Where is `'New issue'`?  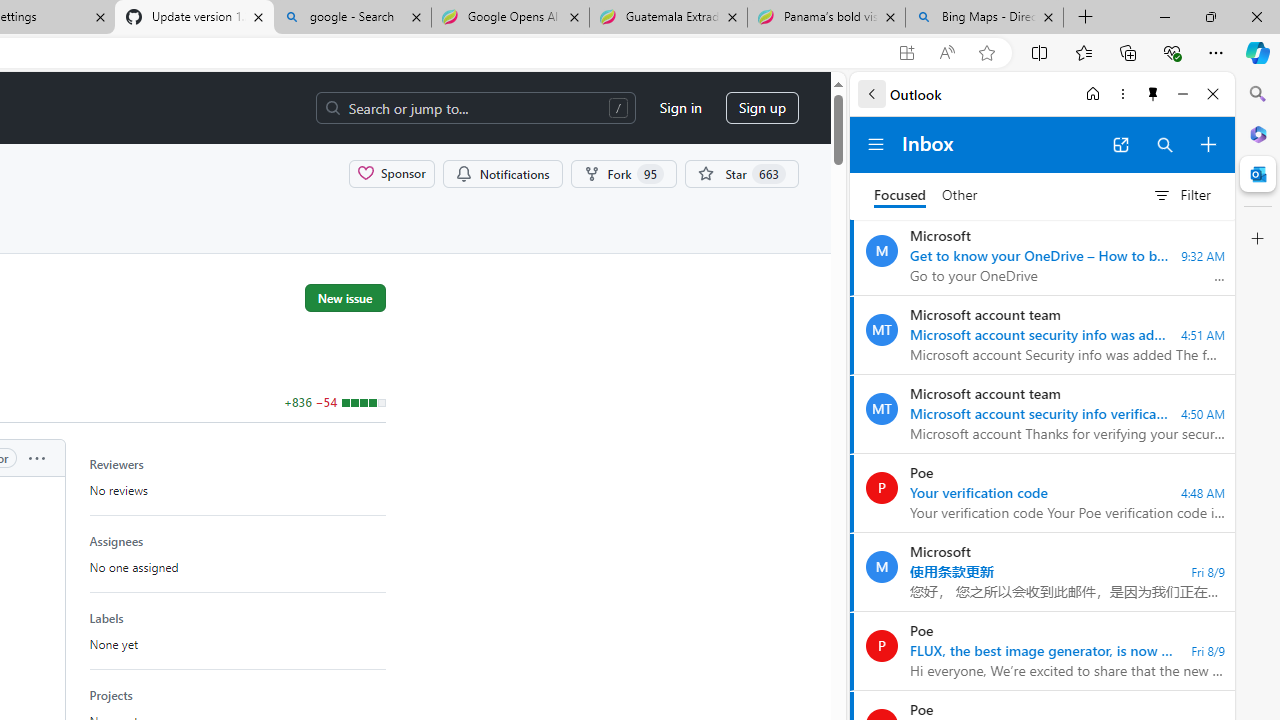
'New issue' is located at coordinates (345, 297).